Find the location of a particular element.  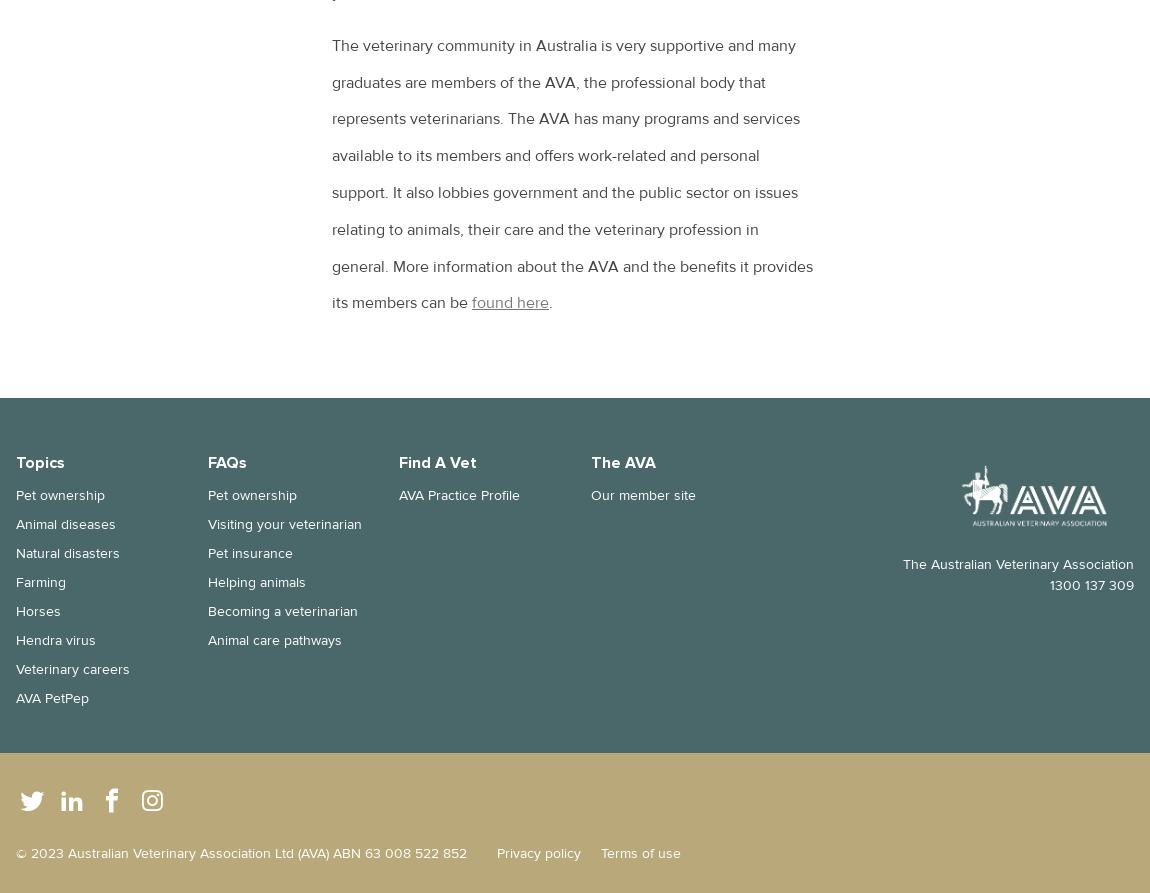

'Animal care pathways' is located at coordinates (273, 640).